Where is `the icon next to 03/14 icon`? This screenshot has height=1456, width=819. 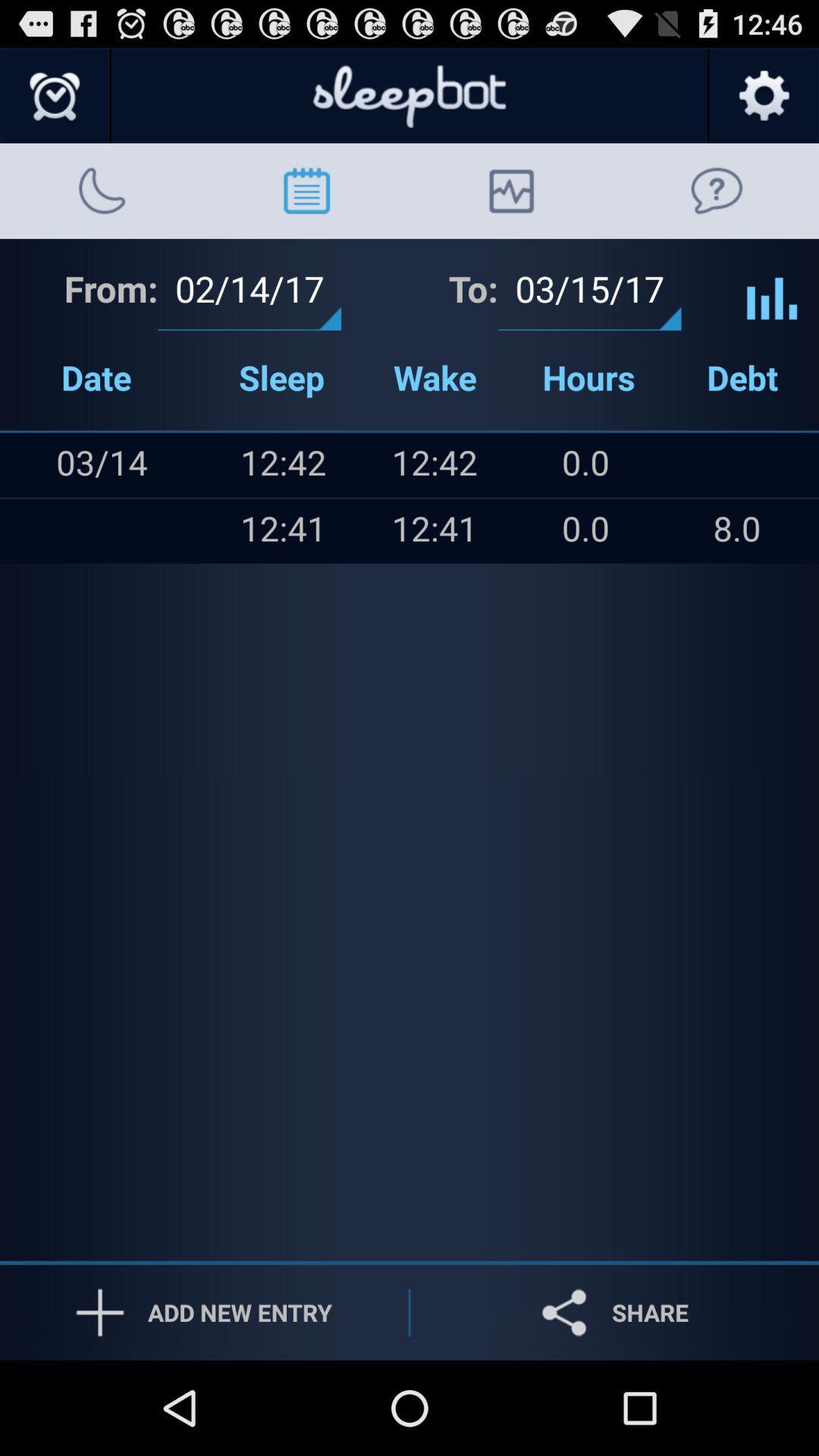 the icon next to 03/14 icon is located at coordinates (31, 531).